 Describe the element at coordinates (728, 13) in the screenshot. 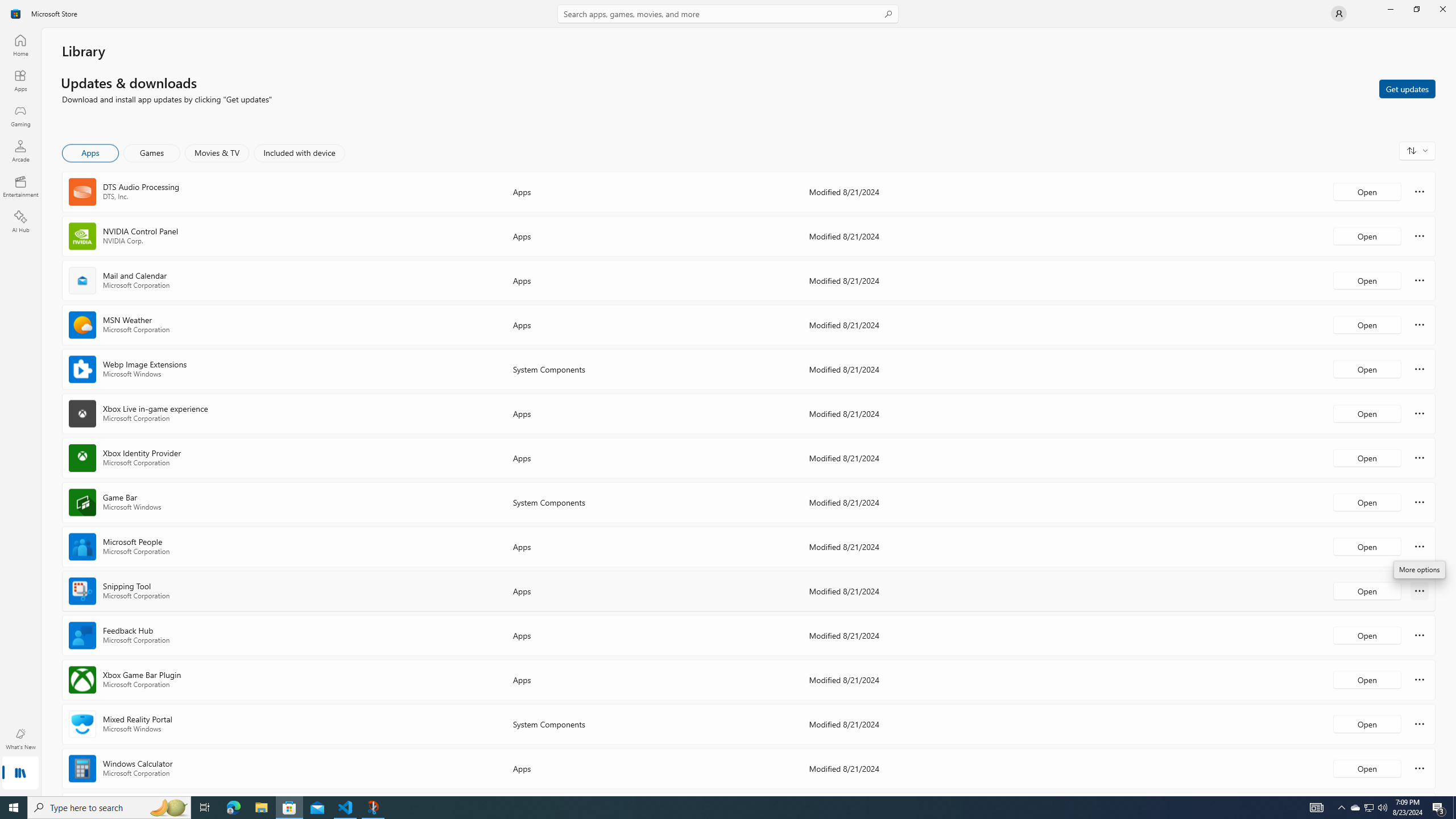

I see `'Search'` at that location.